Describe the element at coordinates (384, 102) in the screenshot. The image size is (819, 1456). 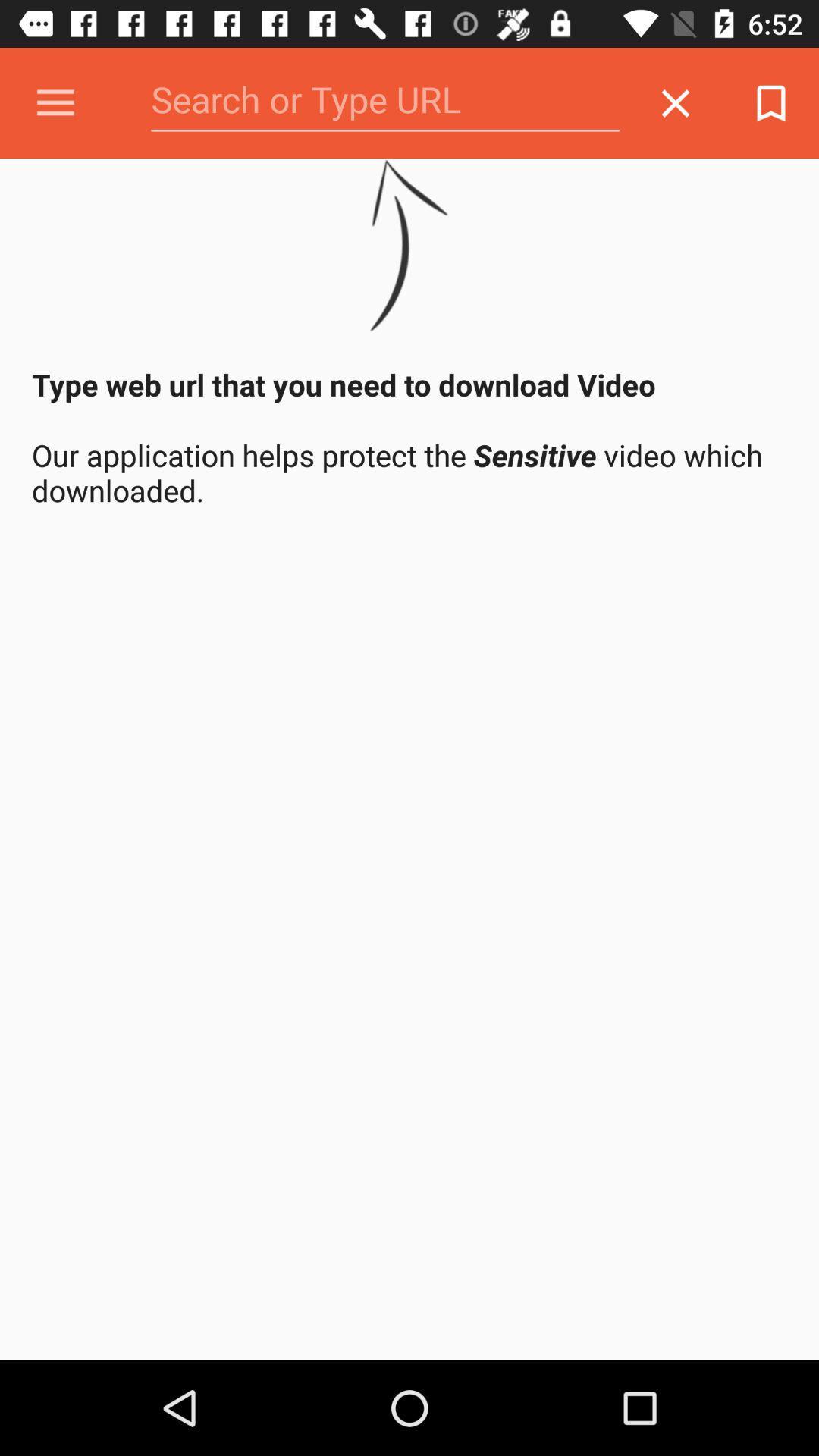
I see `search url` at that location.